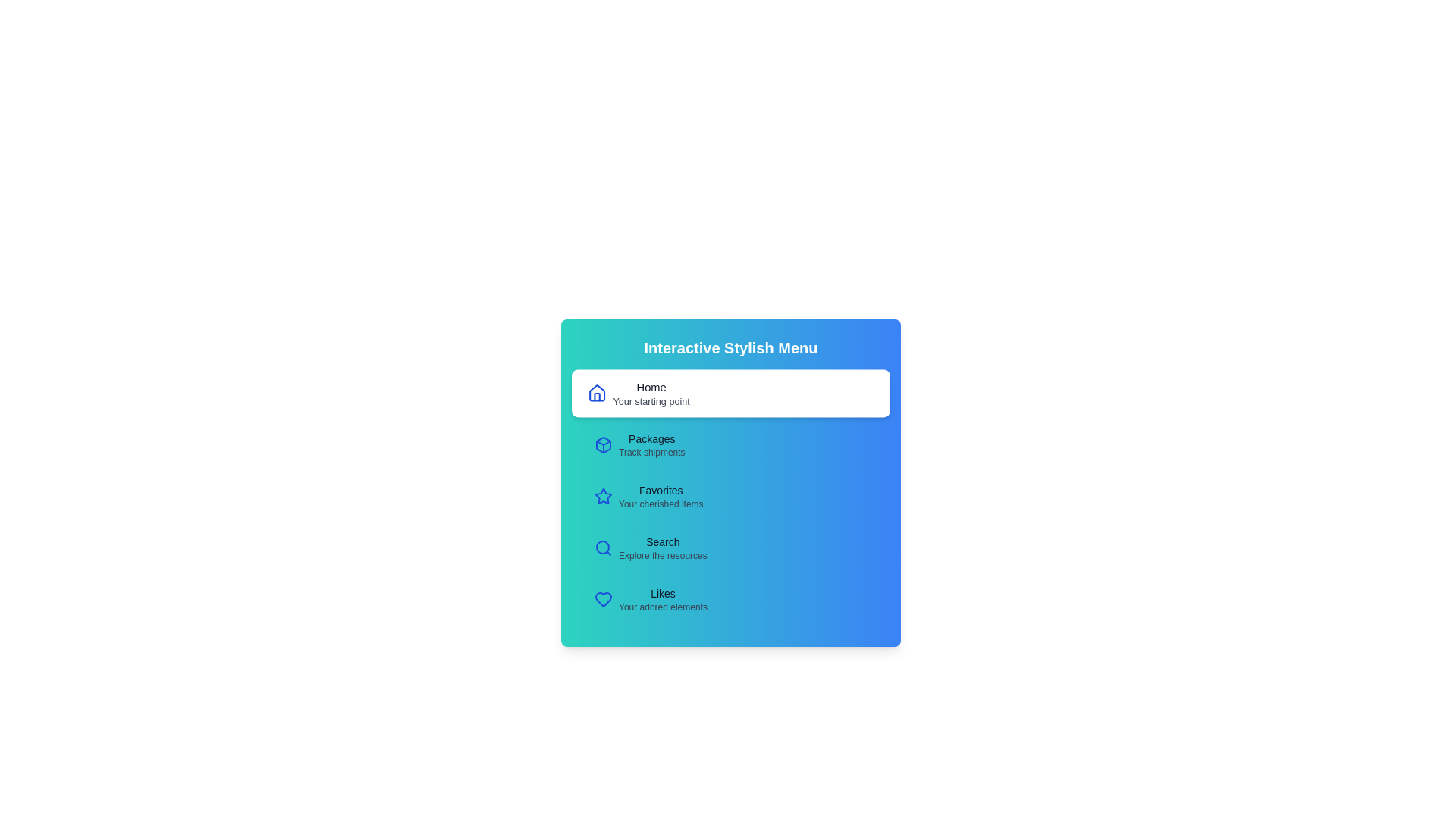 This screenshot has width=1456, height=819. I want to click on the menu item corresponding to Search, so click(731, 548).